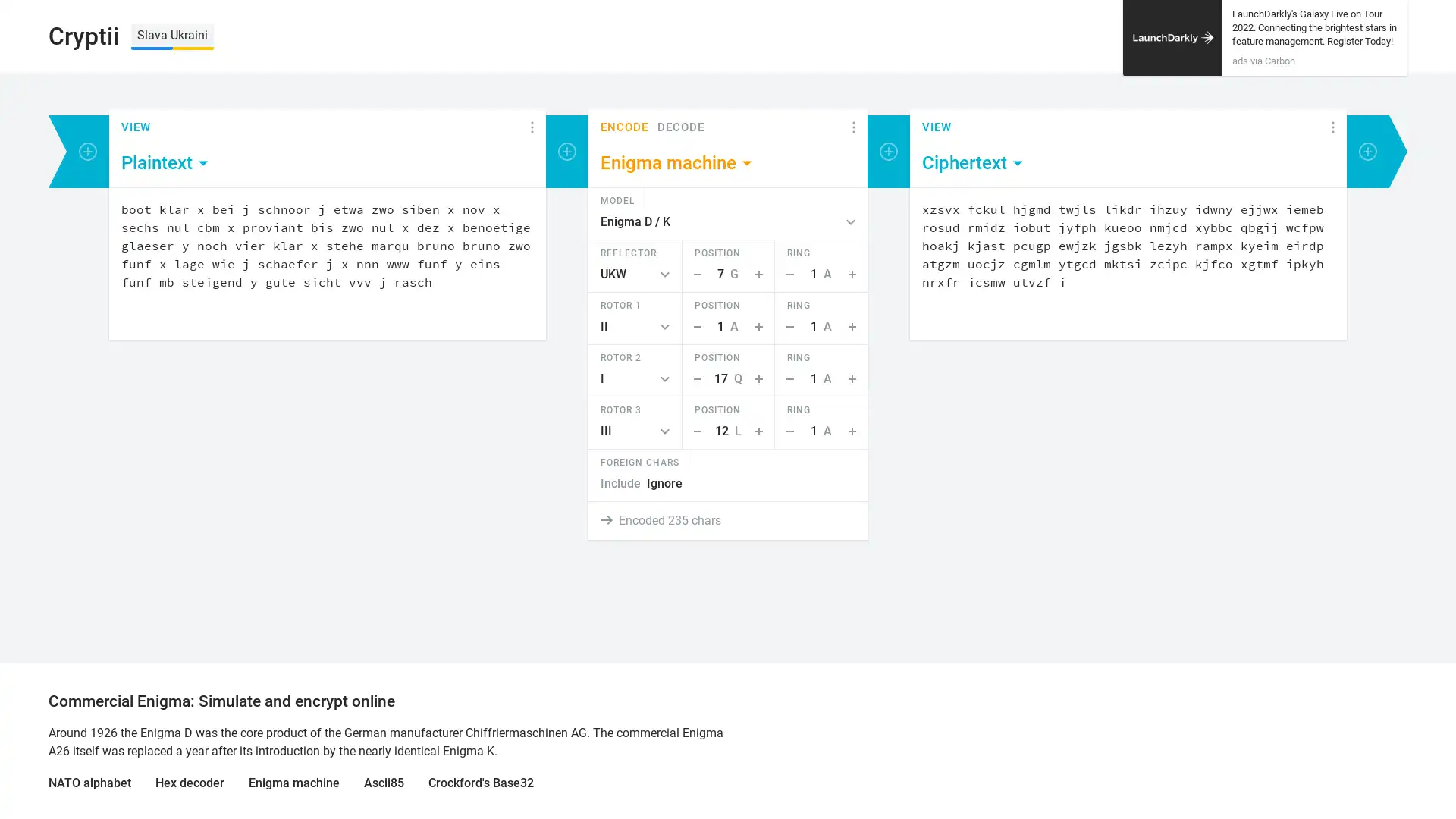 The image size is (1456, 819). Describe the element at coordinates (973, 163) in the screenshot. I see `Ciphertext` at that location.